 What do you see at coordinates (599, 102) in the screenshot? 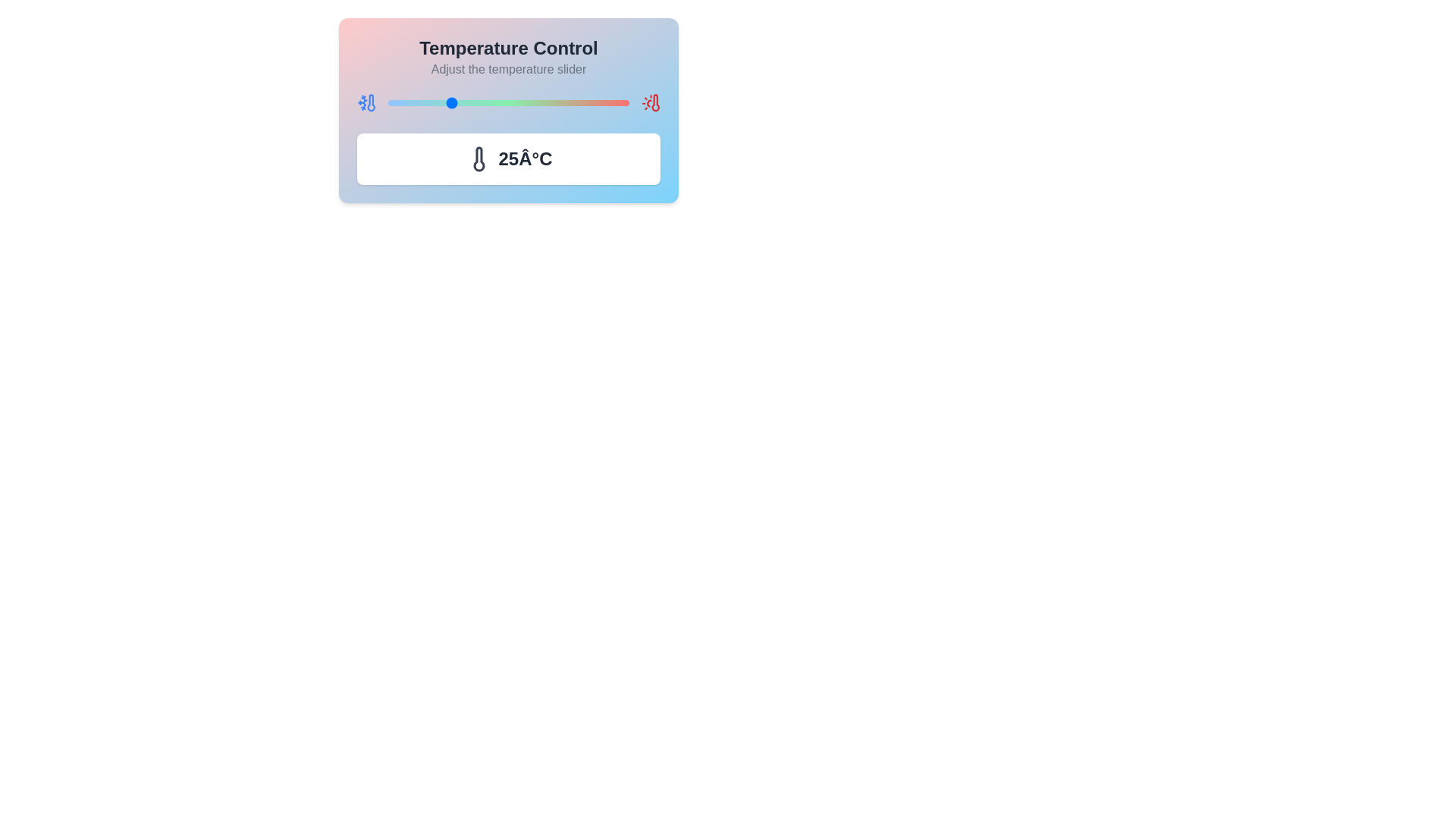
I see `the temperature to 88°C by adjusting the slider` at bounding box center [599, 102].